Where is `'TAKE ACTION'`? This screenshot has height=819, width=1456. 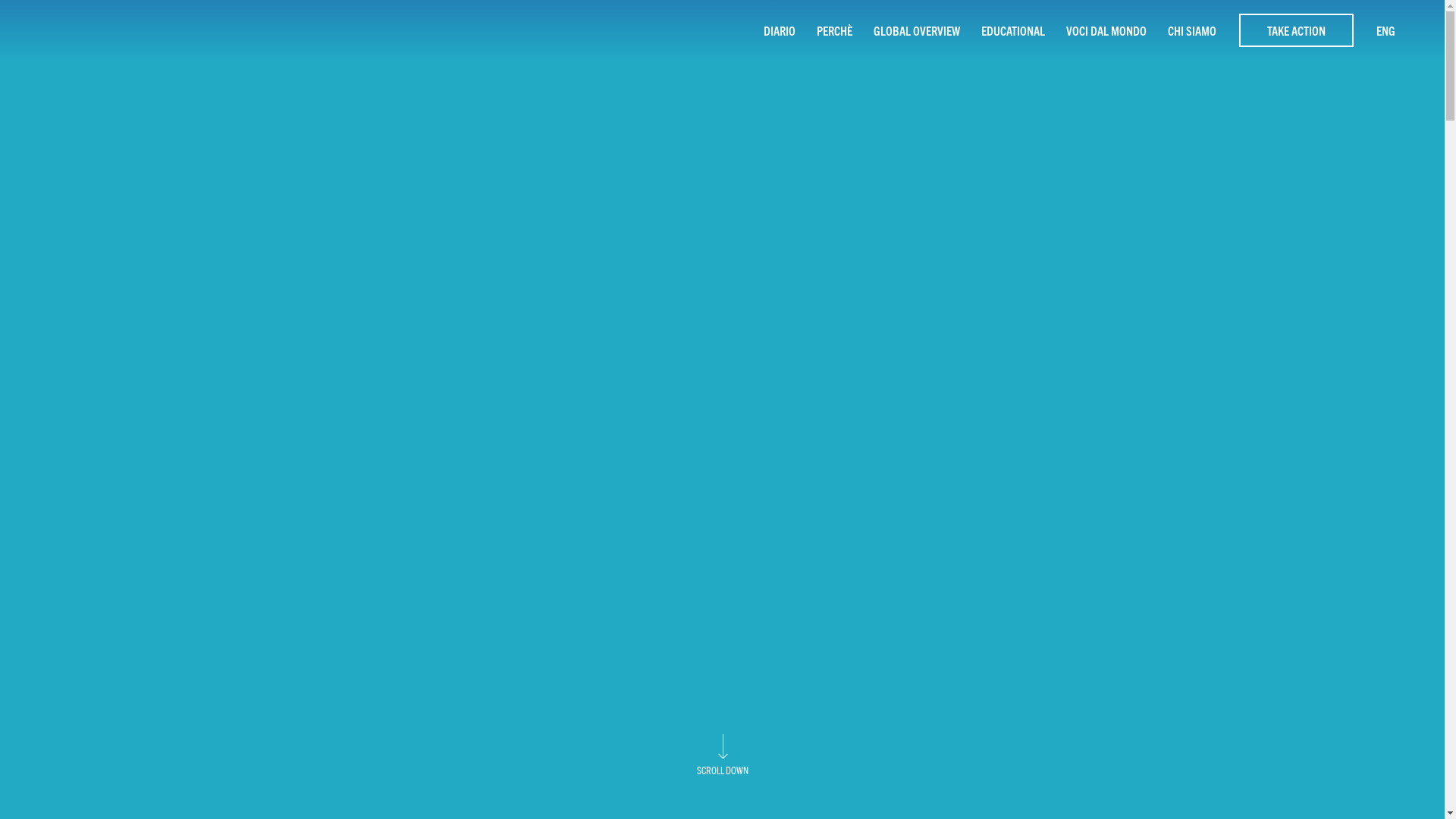 'TAKE ACTION' is located at coordinates (1241, 30).